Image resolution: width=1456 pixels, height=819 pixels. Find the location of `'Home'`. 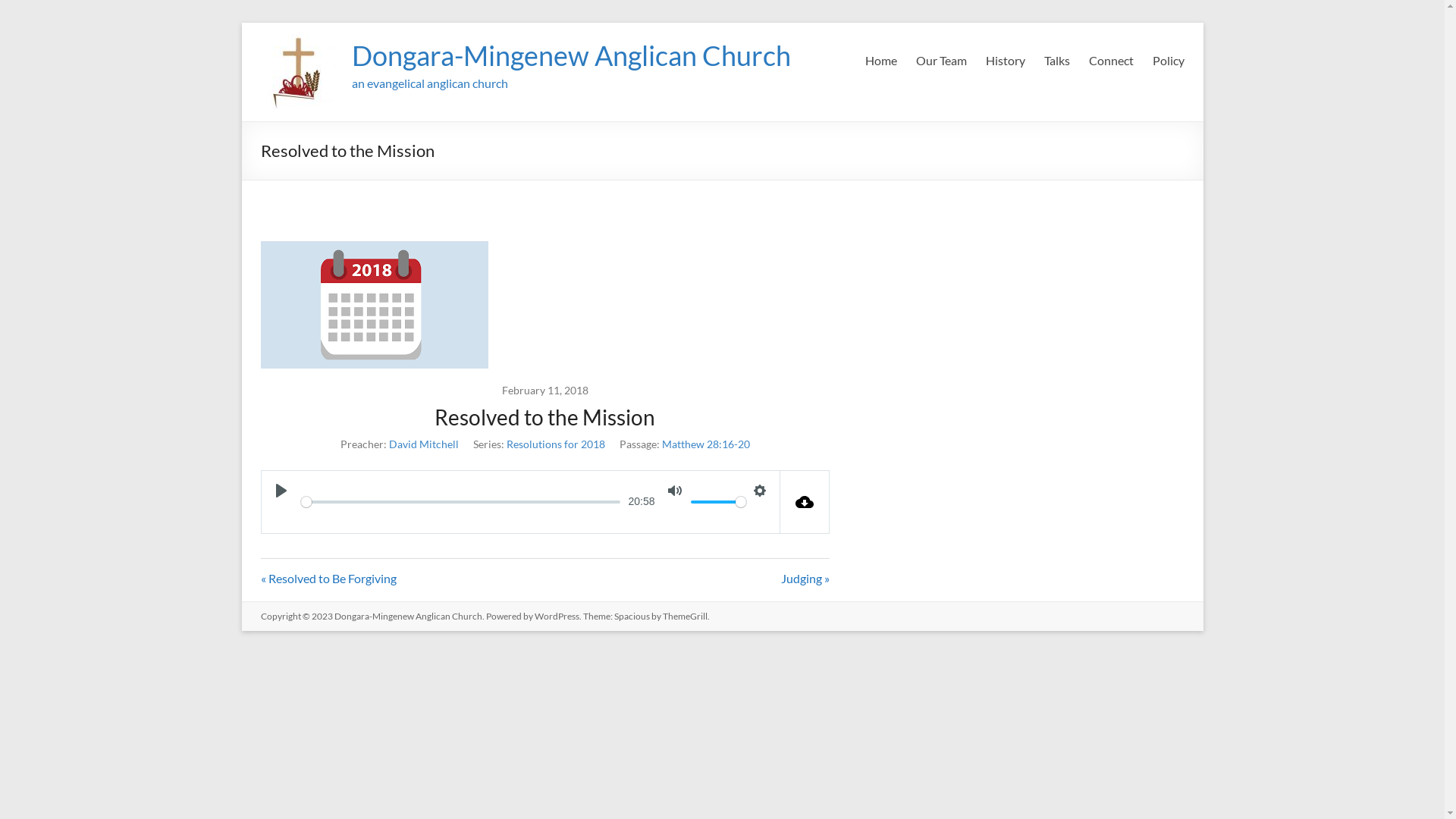

'Home' is located at coordinates (864, 60).